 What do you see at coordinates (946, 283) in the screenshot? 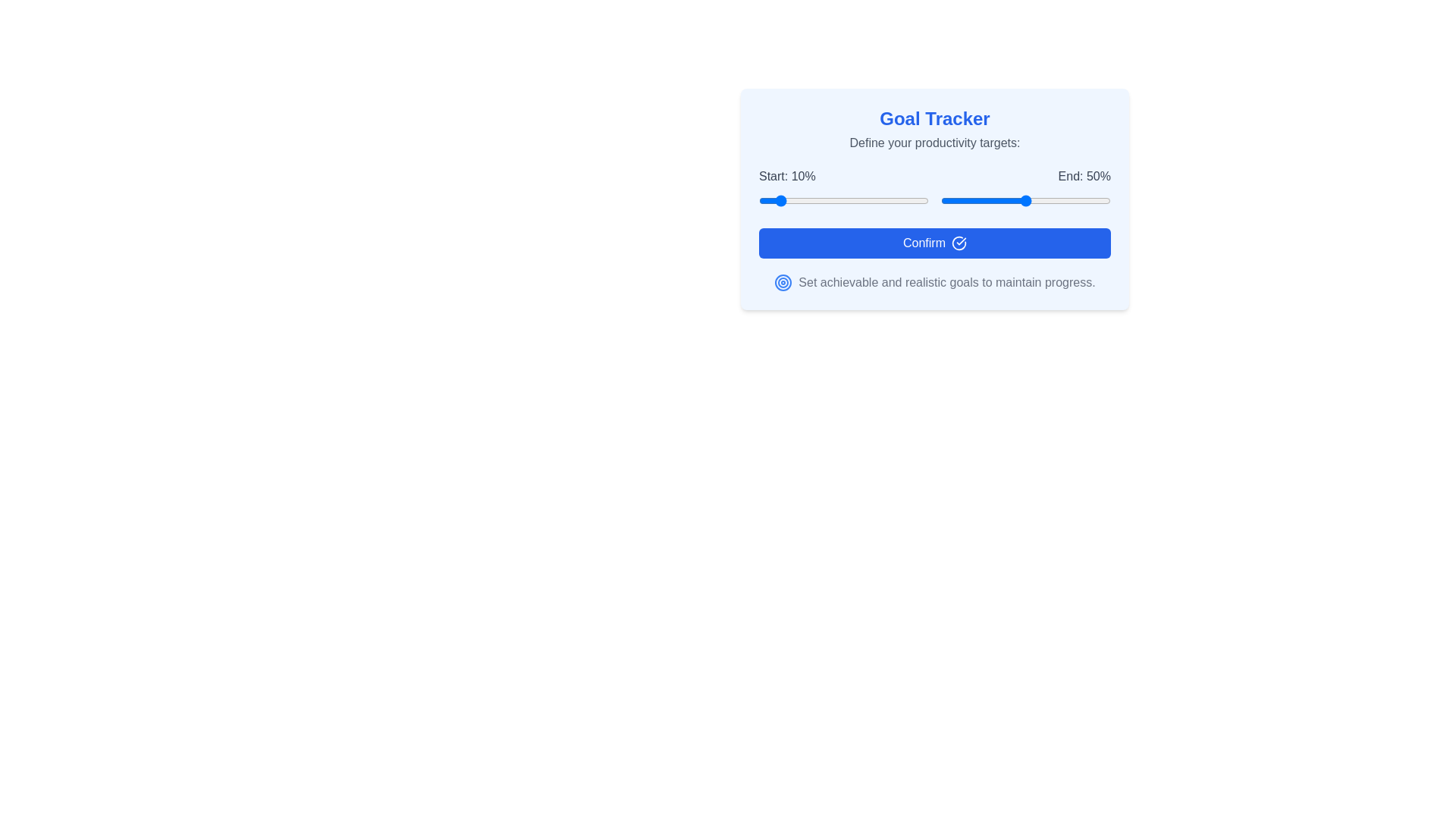
I see `the informational Text label that provides guidance on setting goals, positioned next to a target symbol icon and beneath the 'Confirm' button` at bounding box center [946, 283].